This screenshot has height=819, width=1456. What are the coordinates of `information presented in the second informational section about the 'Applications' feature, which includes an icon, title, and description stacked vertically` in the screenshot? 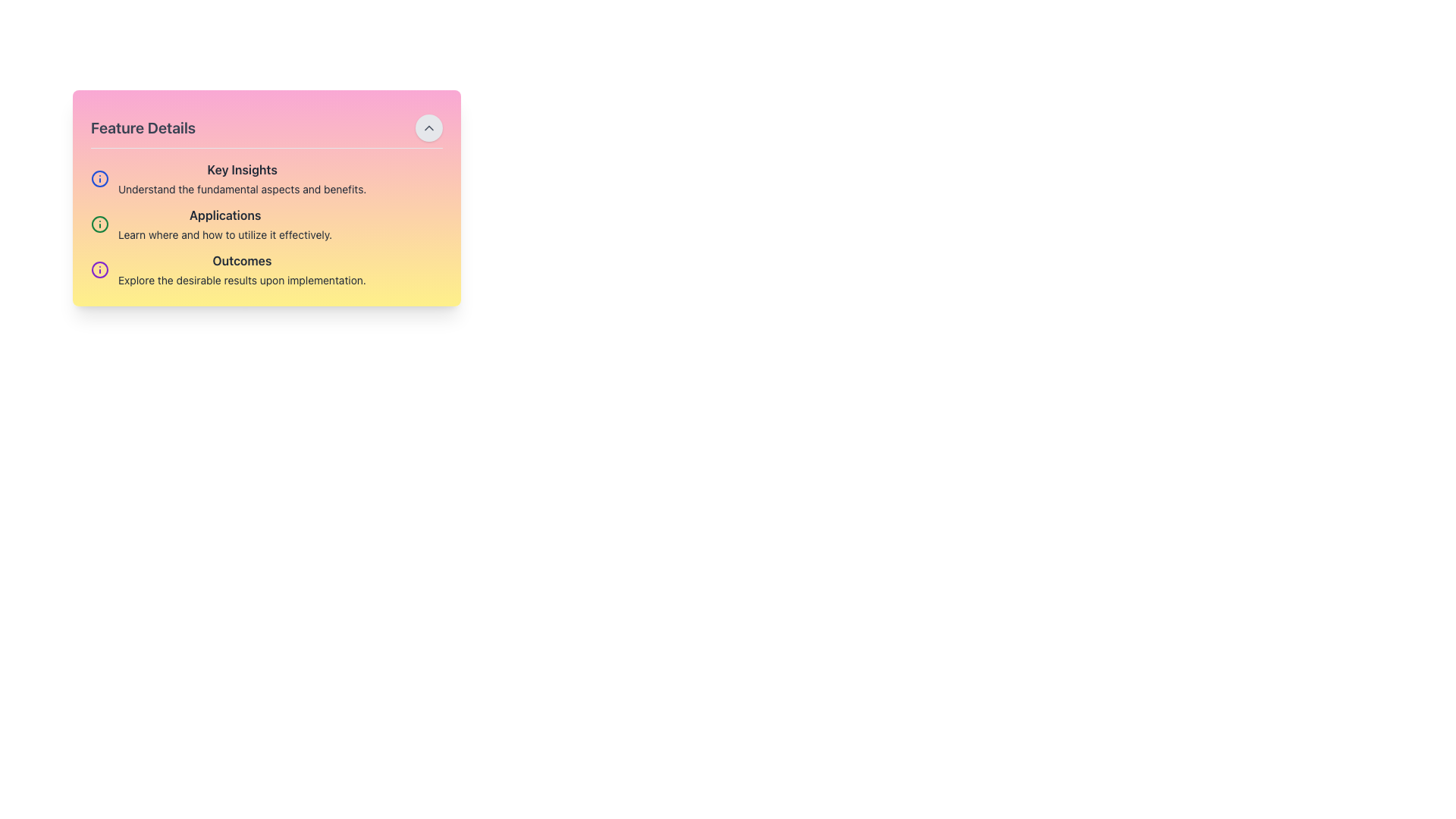 It's located at (266, 224).